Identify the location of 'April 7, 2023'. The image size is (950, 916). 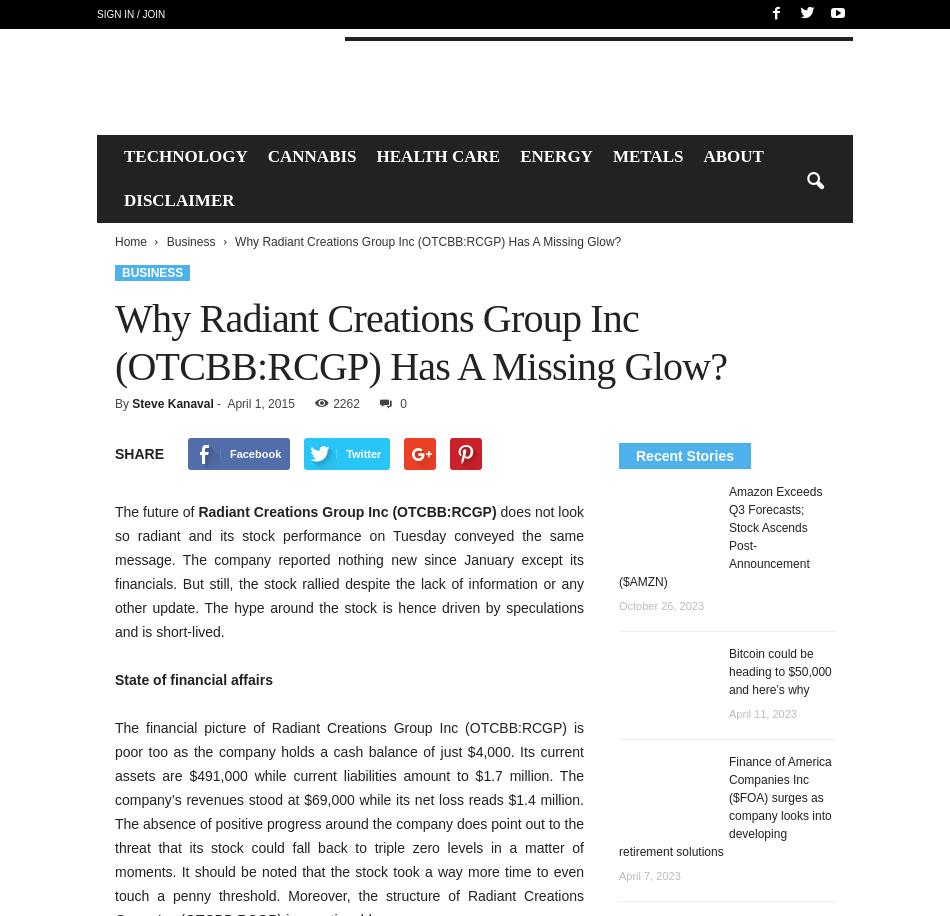
(649, 874).